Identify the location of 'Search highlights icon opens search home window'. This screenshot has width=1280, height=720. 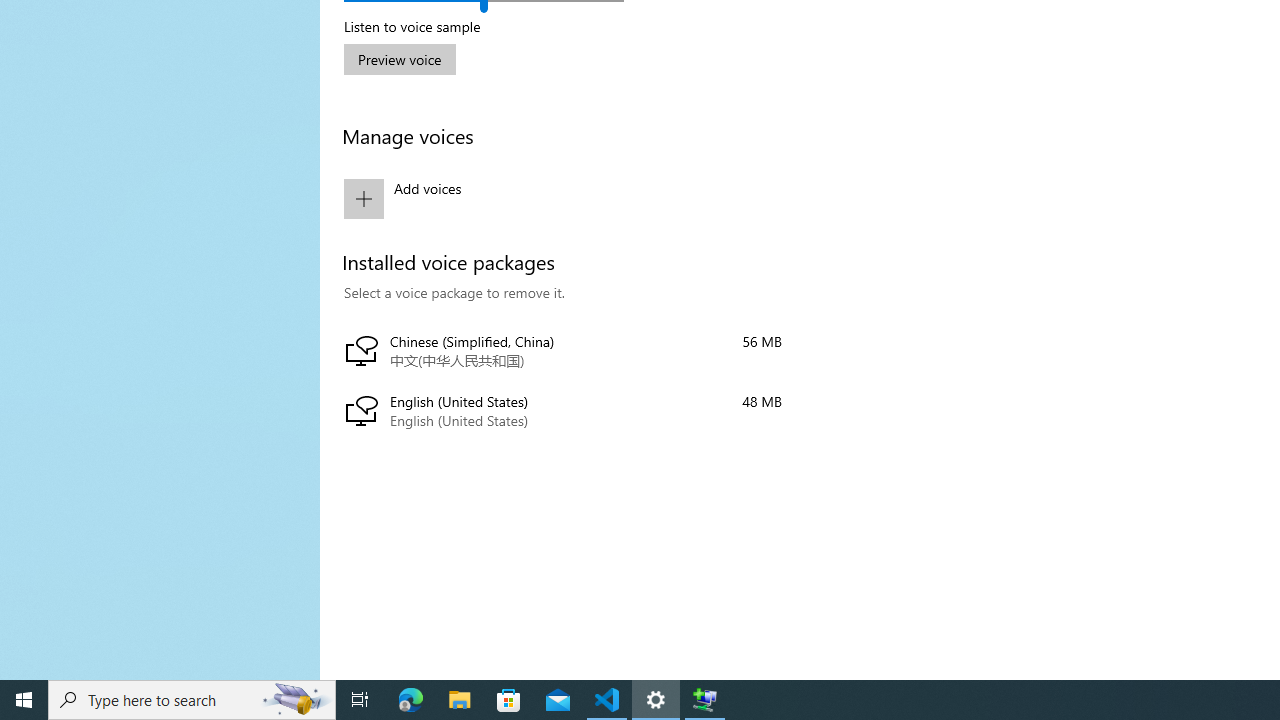
(294, 698).